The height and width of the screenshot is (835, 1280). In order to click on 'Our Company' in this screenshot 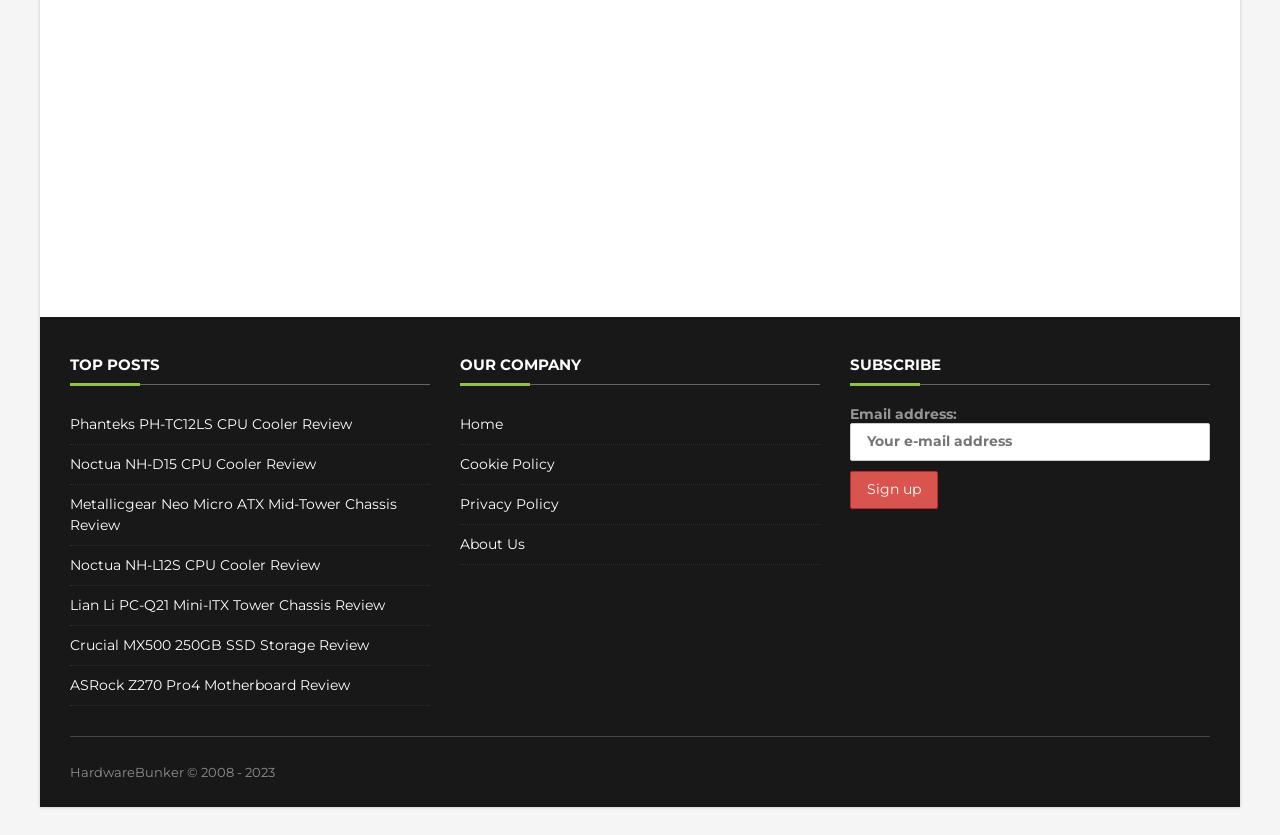, I will do `click(520, 363)`.